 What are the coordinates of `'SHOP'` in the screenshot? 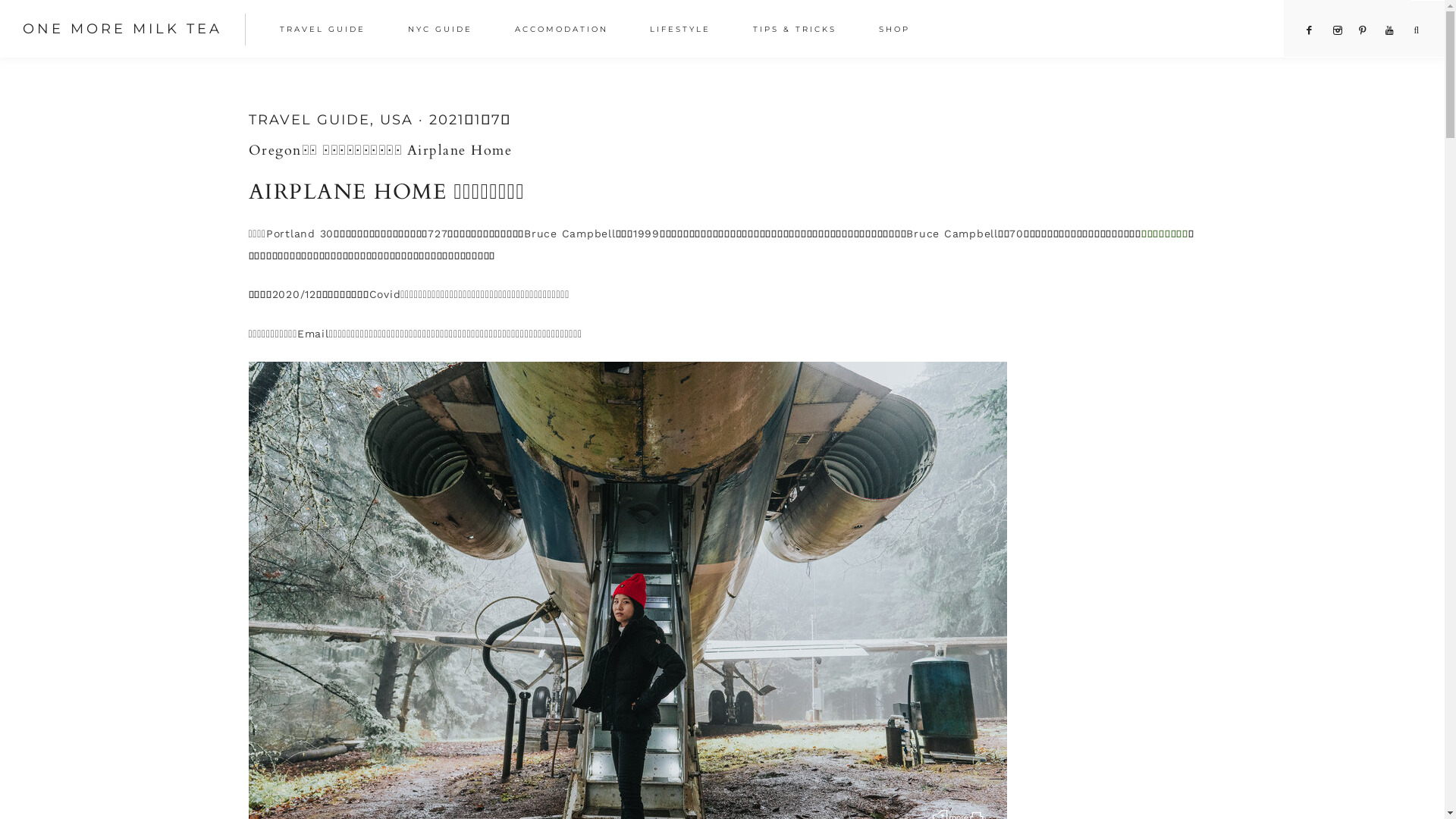 It's located at (898, 31).